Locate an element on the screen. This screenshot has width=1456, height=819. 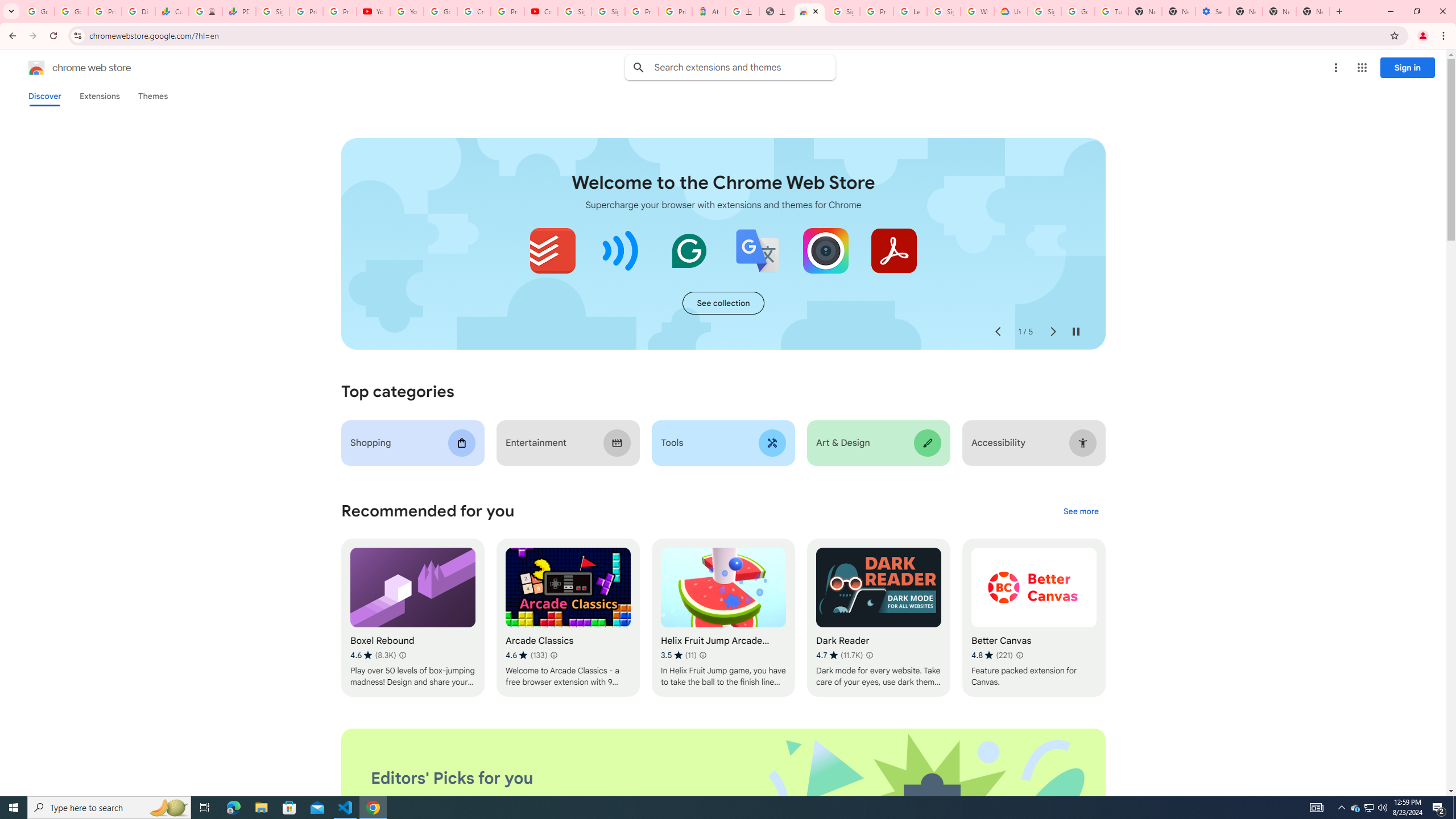
'Atour Hotel - Google hotels' is located at coordinates (709, 11).